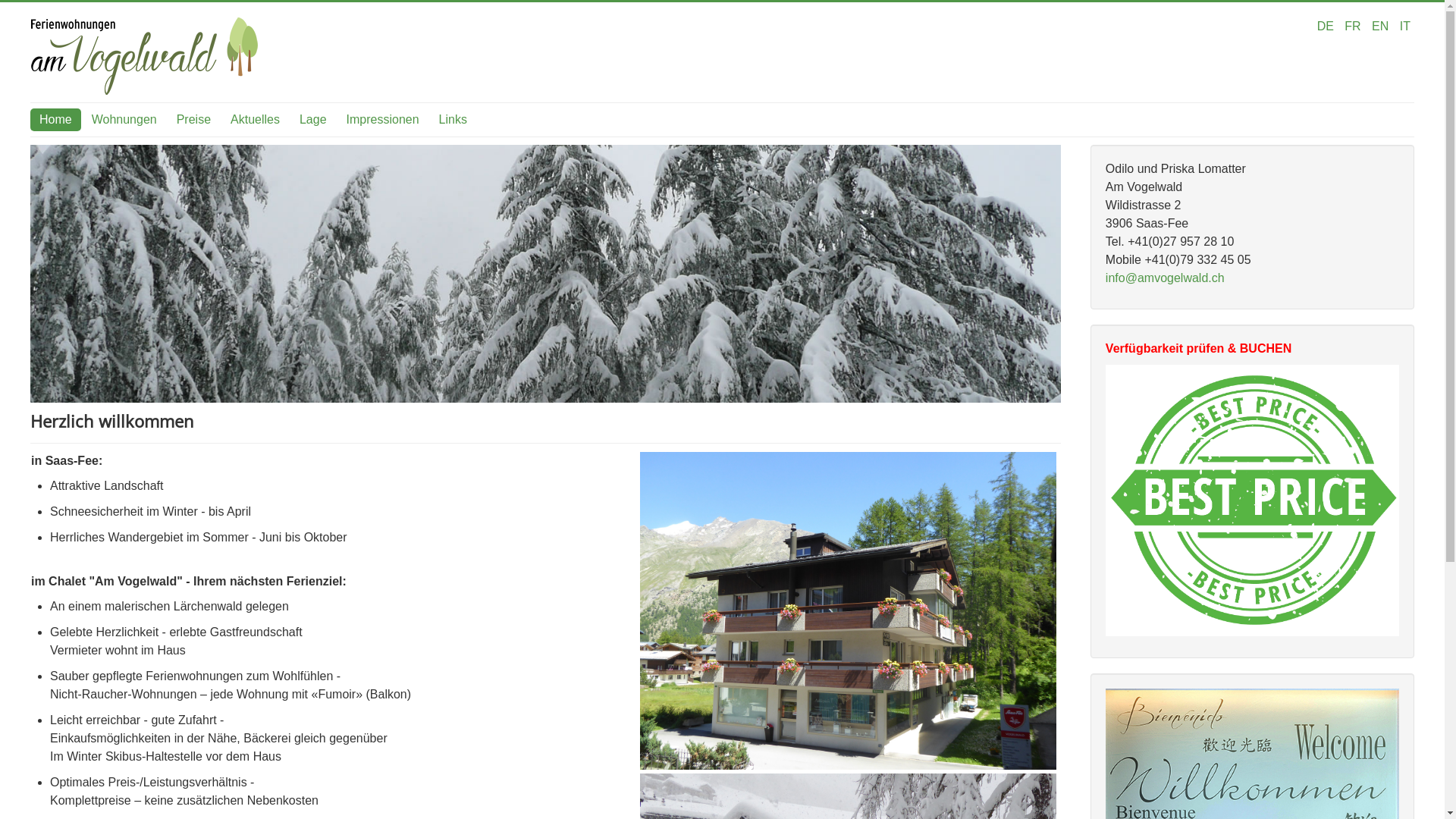 This screenshot has width=1456, height=819. Describe the element at coordinates (55, 119) in the screenshot. I see `'Home'` at that location.